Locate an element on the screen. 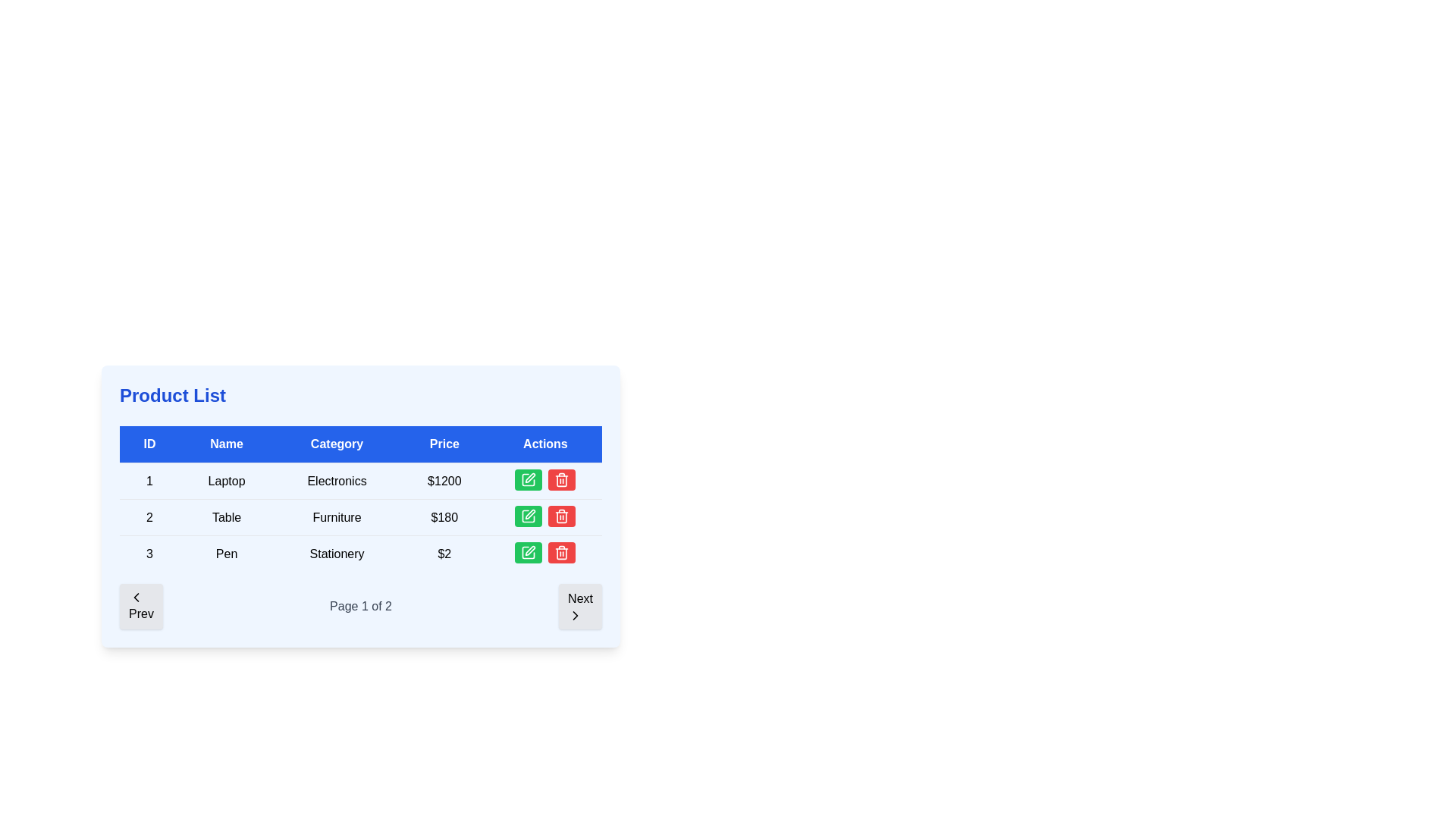 Image resolution: width=1456 pixels, height=819 pixels. the second row of the table displaying '2', 'Table', 'Furniture', and '$180' for selection is located at coordinates (359, 516).